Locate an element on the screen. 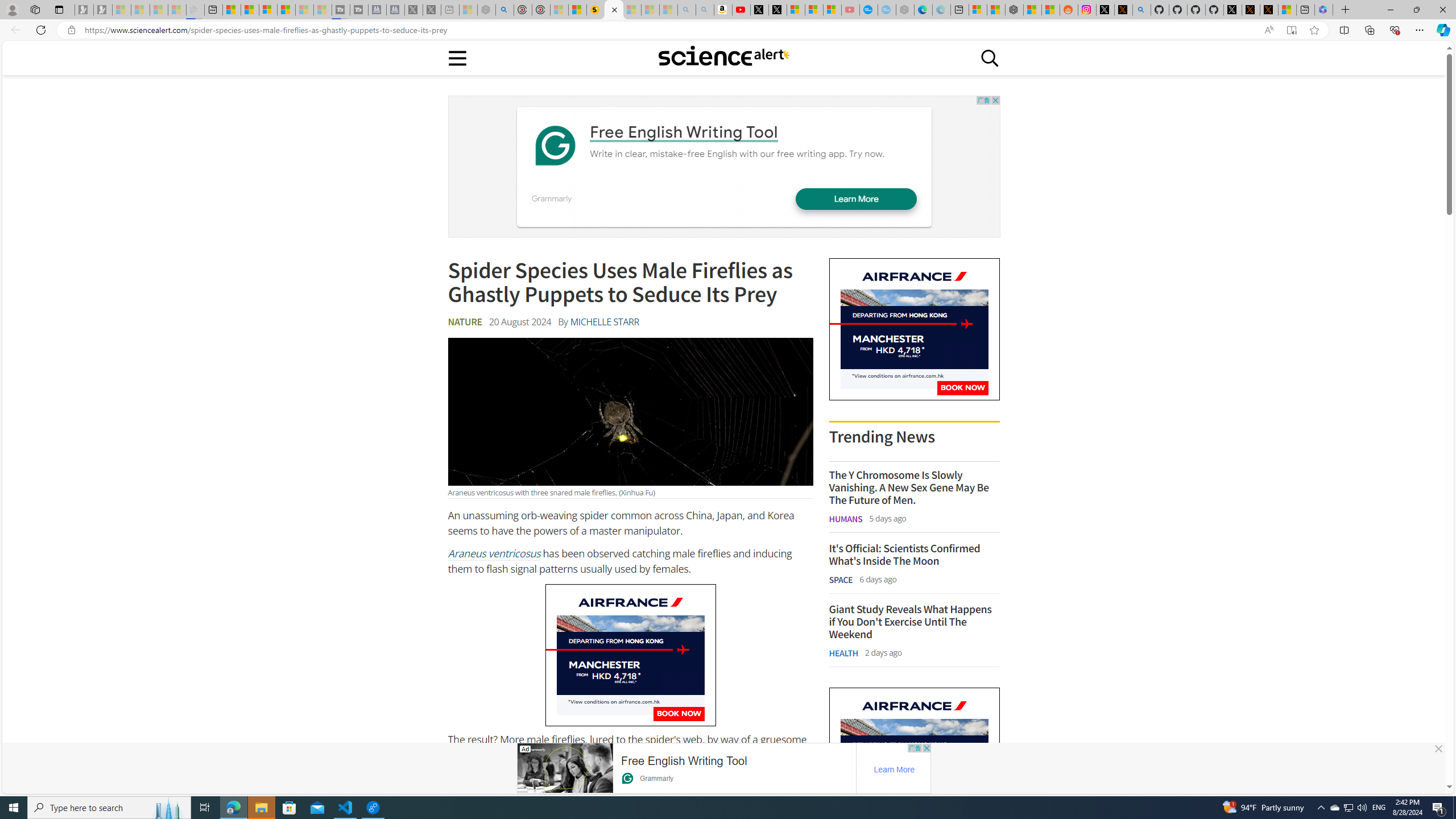 The width and height of the screenshot is (1456, 819). 'It' is located at coordinates (913, 553).